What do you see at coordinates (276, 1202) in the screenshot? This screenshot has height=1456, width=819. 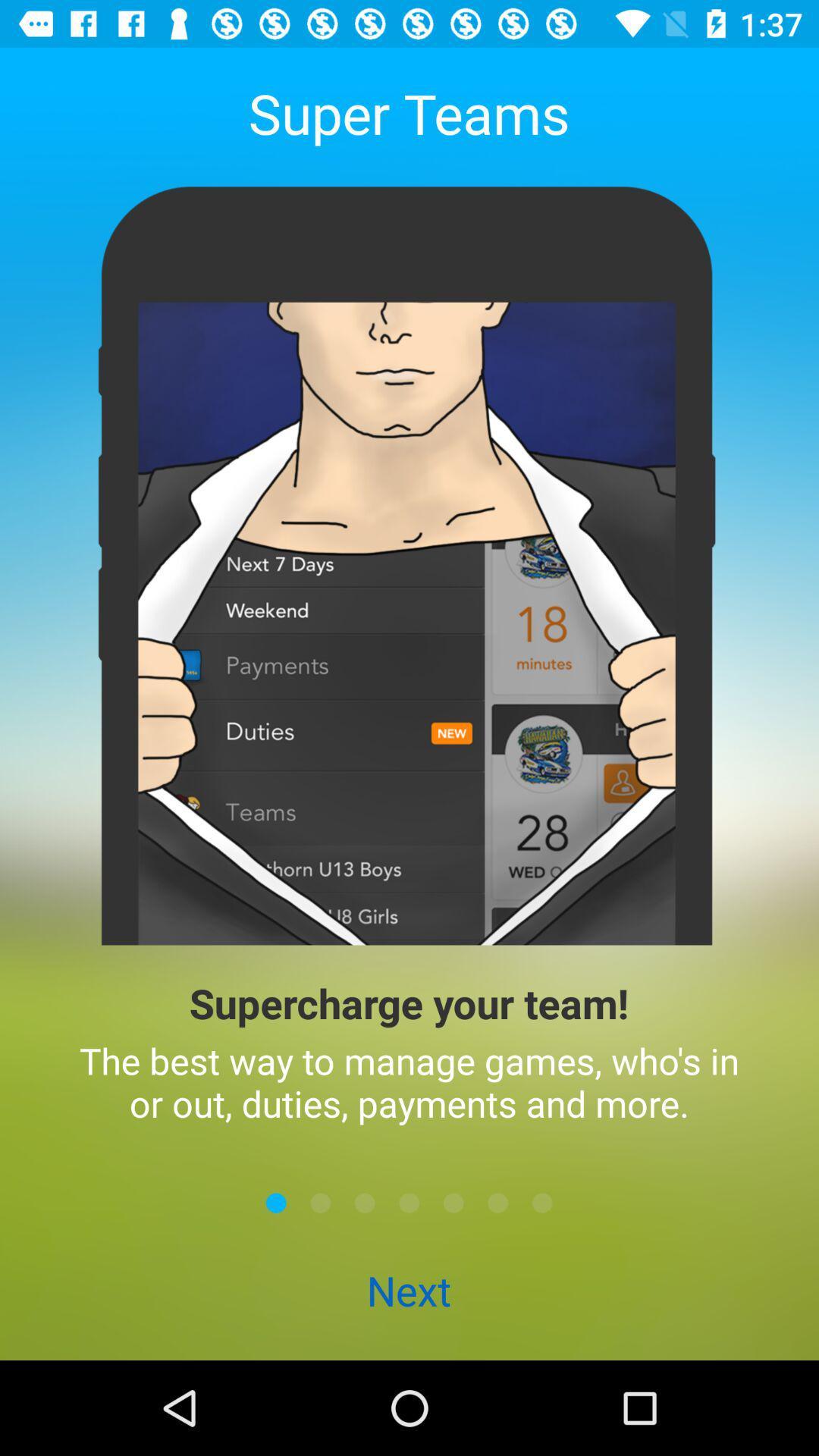 I see `the icon above the next` at bounding box center [276, 1202].